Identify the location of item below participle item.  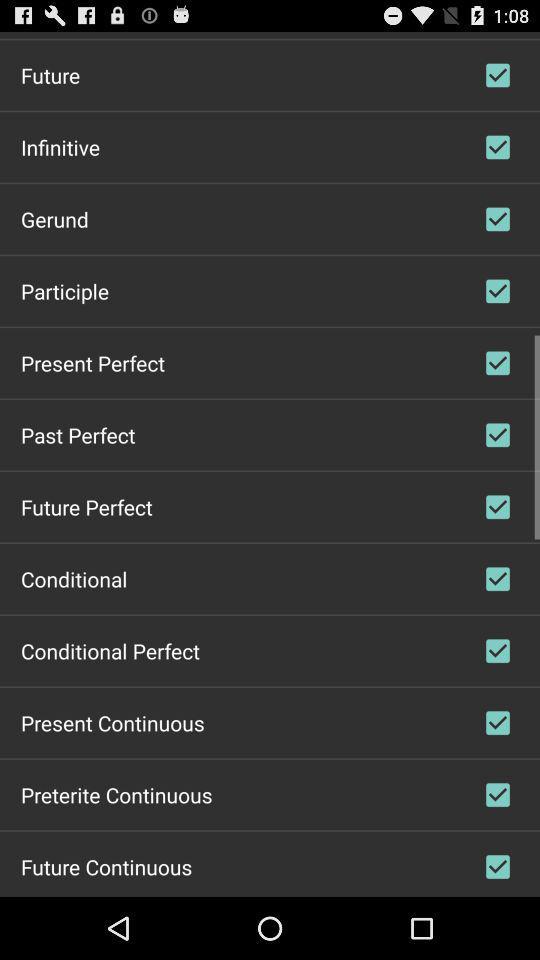
(91, 361).